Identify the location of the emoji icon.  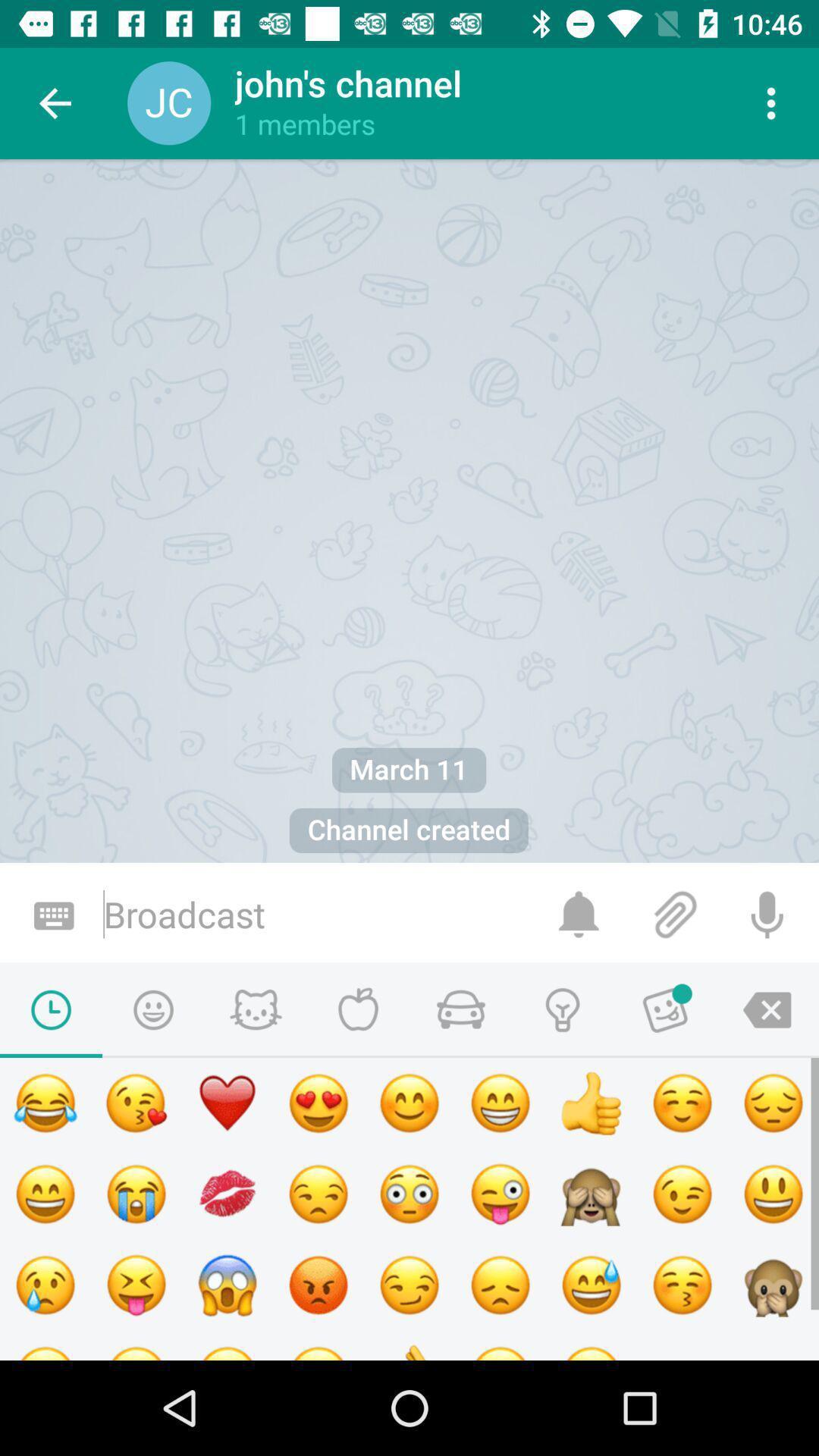
(227, 1284).